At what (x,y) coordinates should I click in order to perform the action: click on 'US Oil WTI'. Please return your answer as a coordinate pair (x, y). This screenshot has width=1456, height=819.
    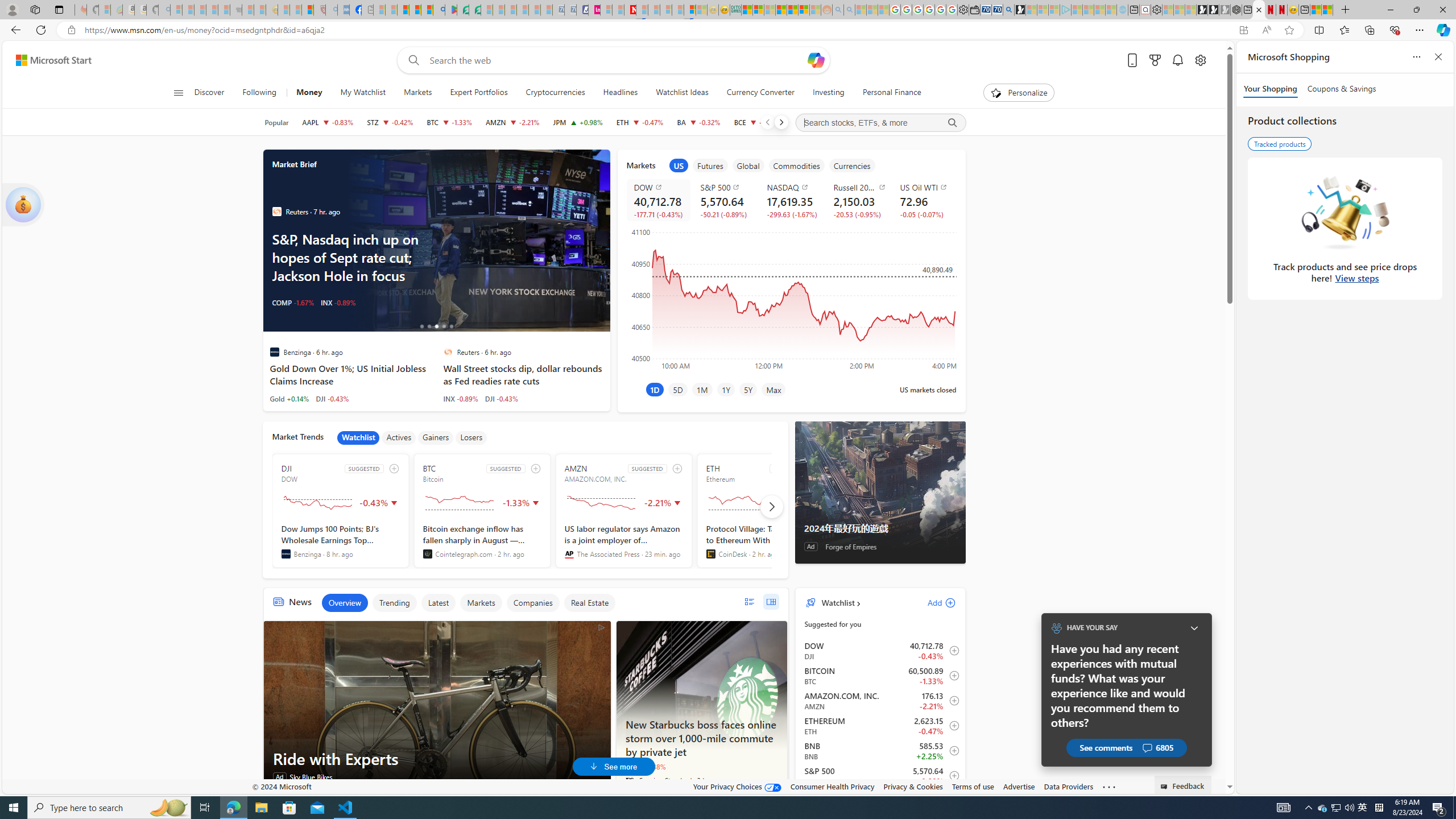
    Looking at the image, I should click on (926, 187).